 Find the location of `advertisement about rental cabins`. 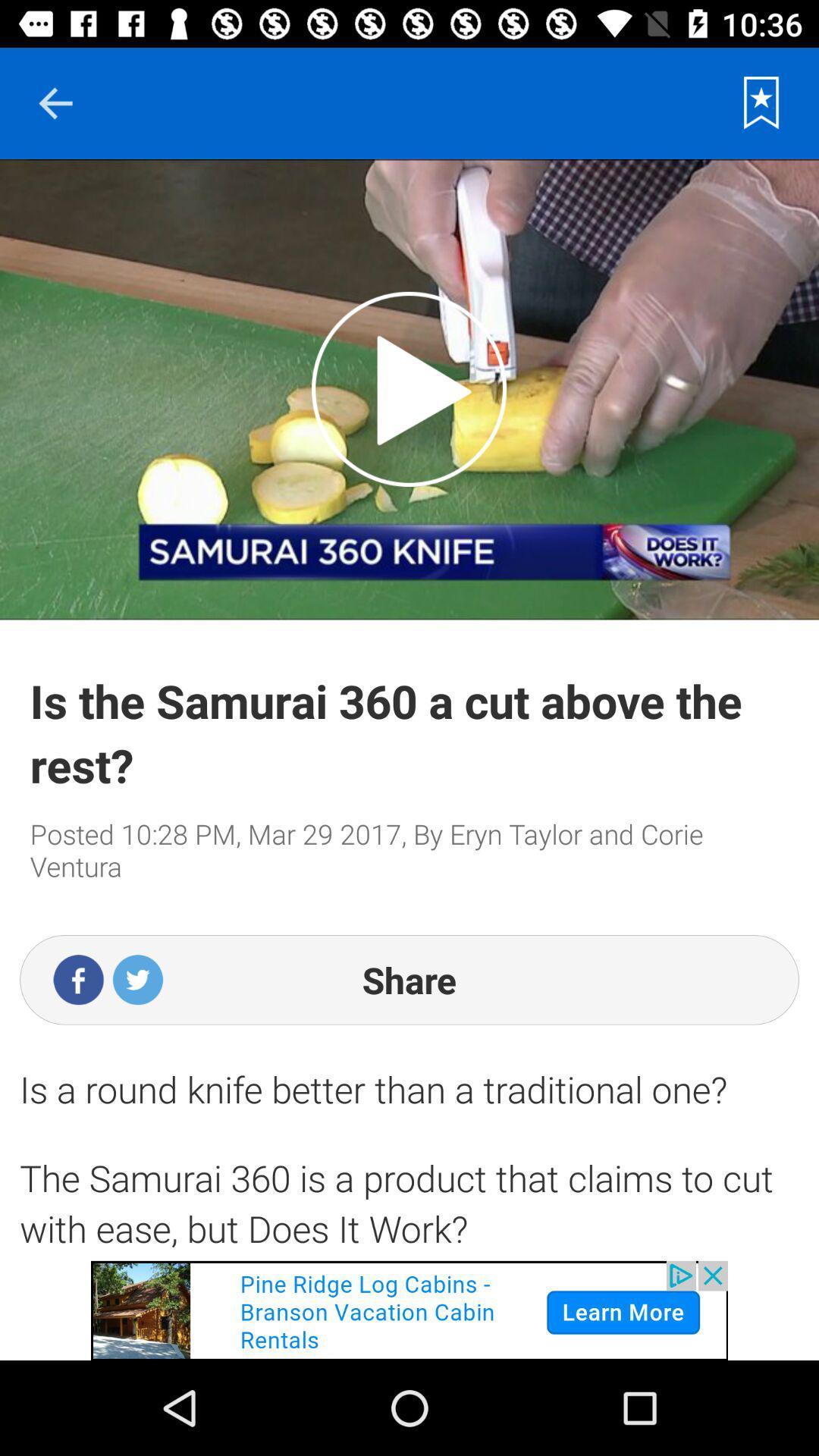

advertisement about rental cabins is located at coordinates (409, 1310).